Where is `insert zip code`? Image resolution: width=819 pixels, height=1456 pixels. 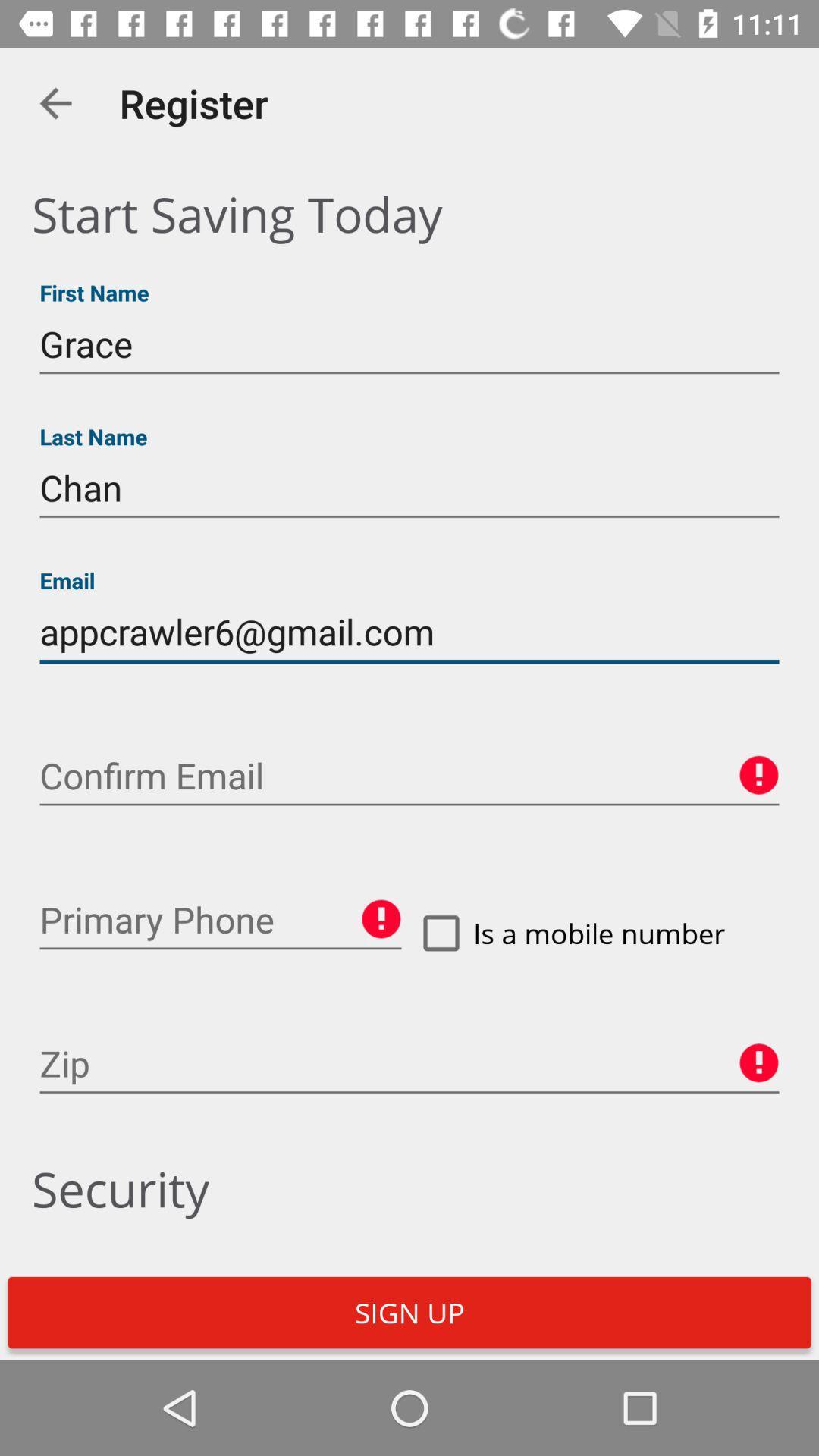
insert zip code is located at coordinates (409, 1063).